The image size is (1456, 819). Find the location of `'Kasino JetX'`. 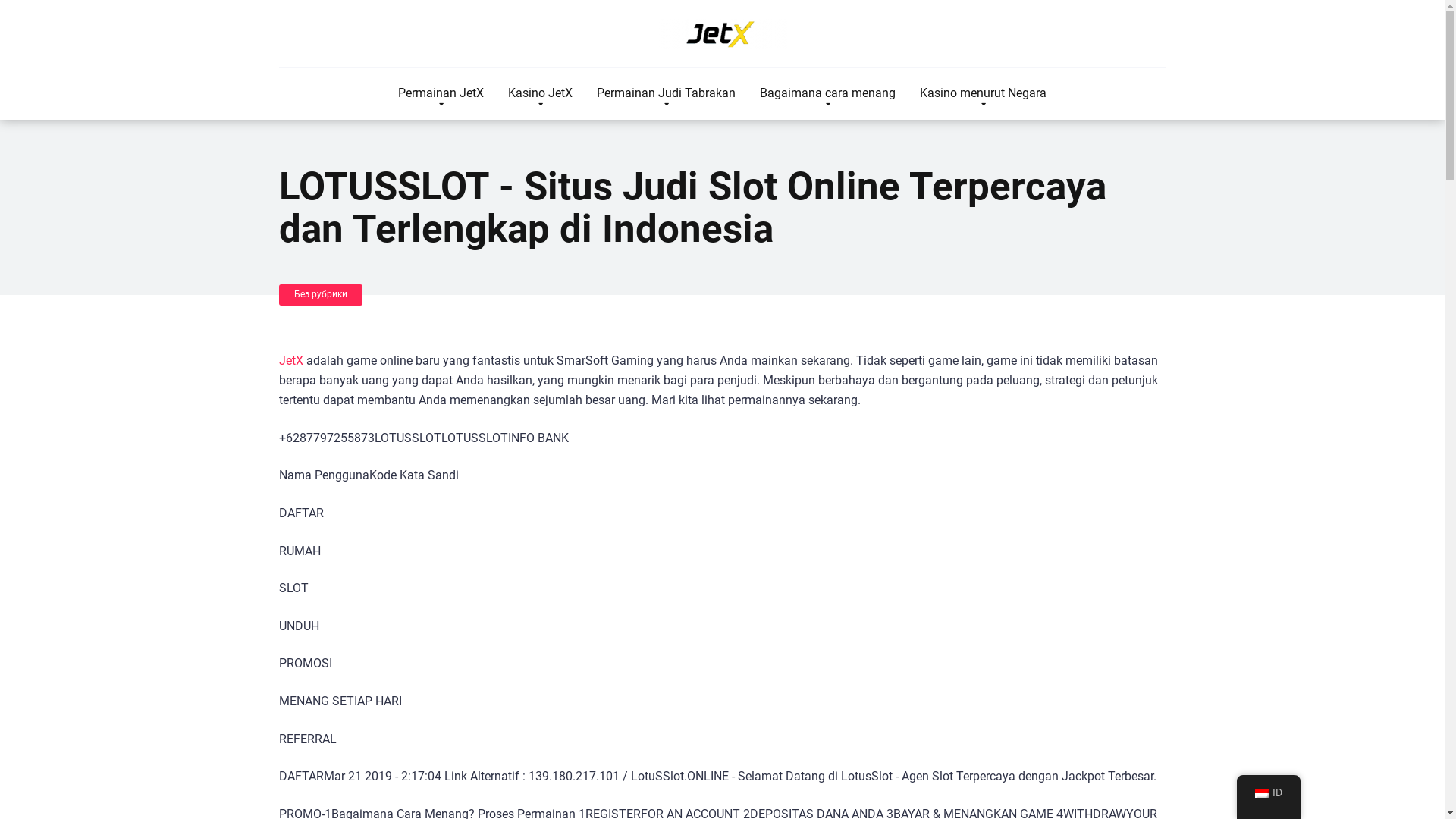

'Kasino JetX' is located at coordinates (540, 93).